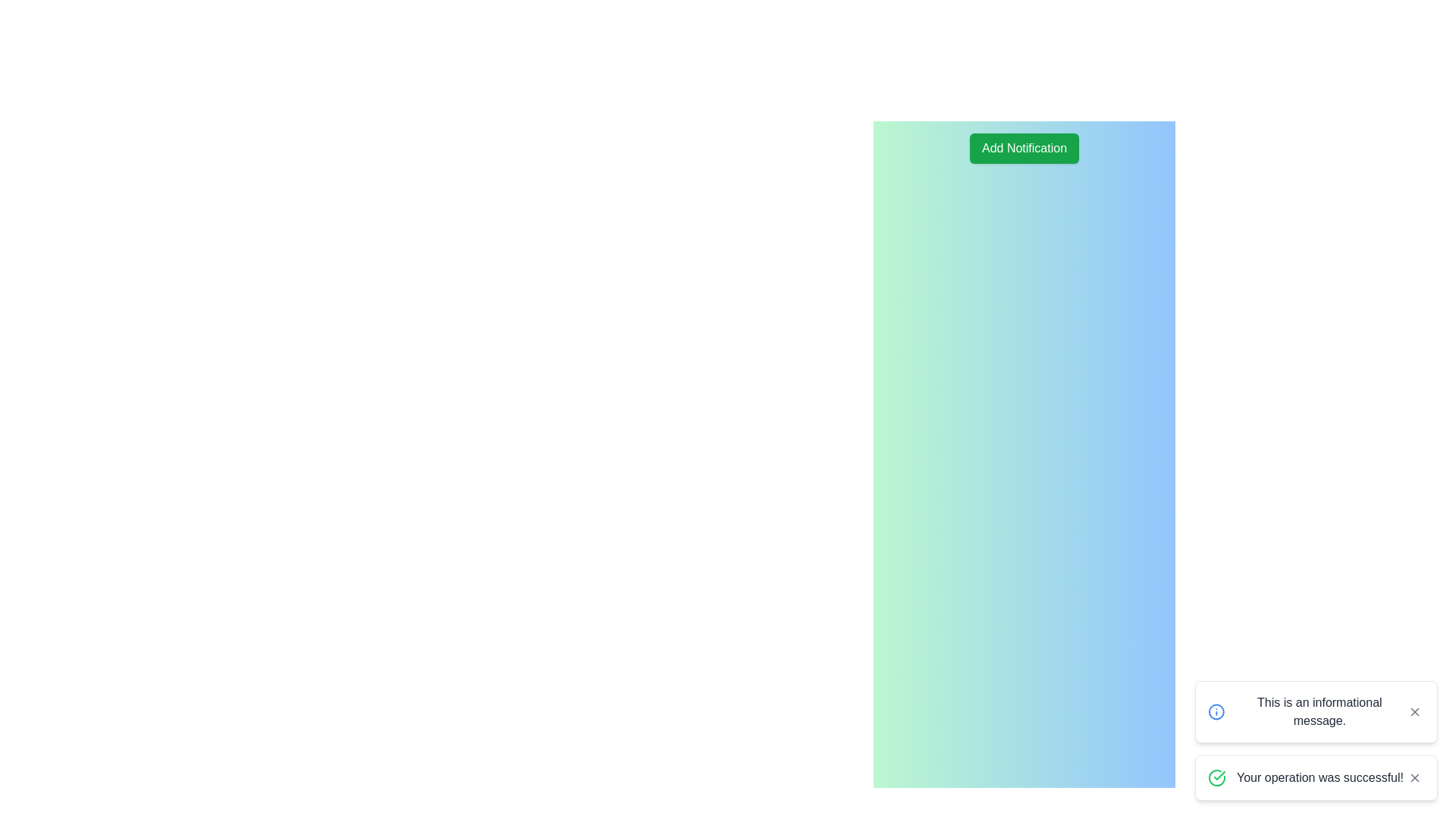  I want to click on the green 'Add Notification' button with white bold text, so click(1024, 149).